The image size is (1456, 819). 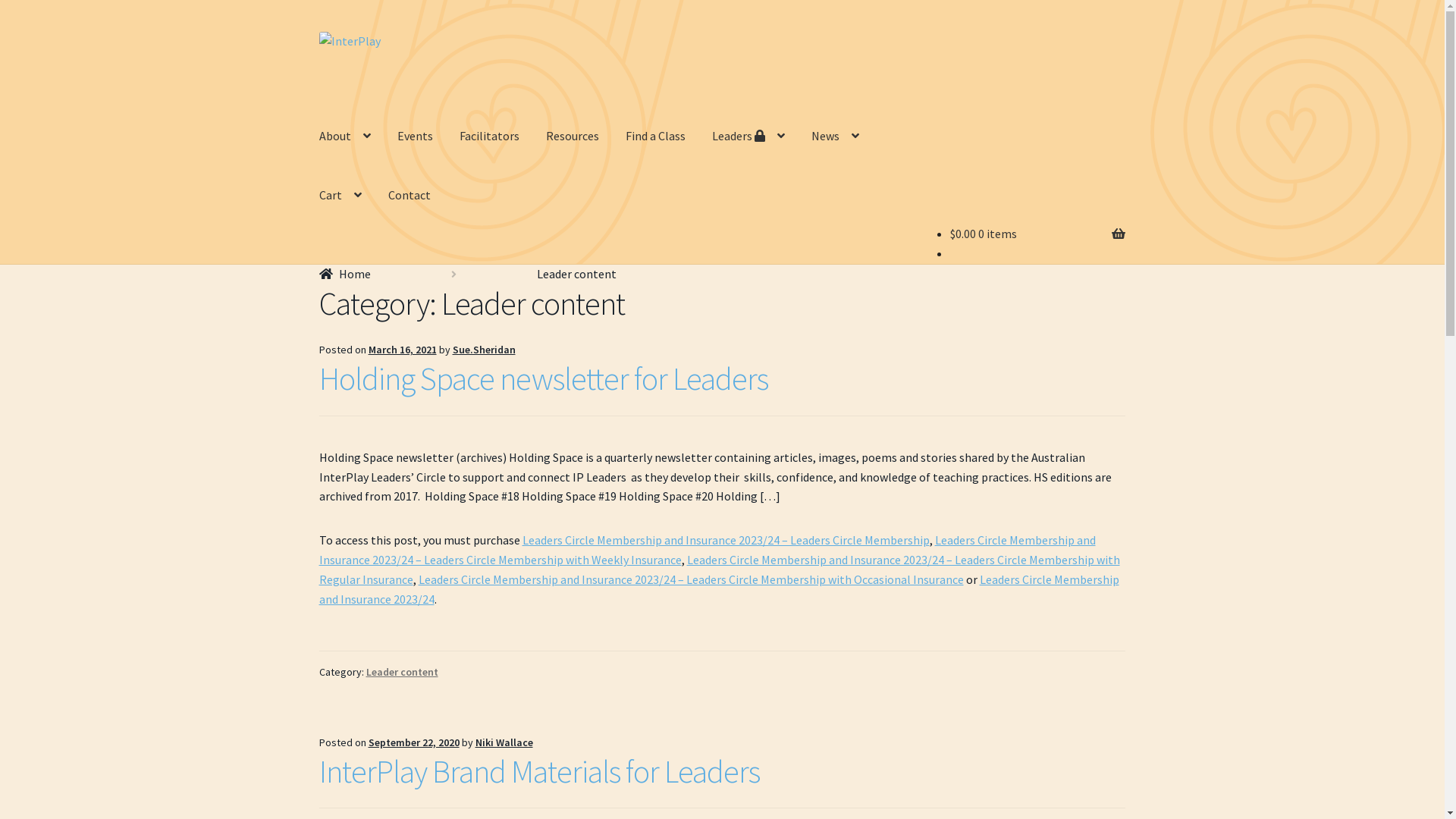 I want to click on 'Sue.Sheridan', so click(x=483, y=350).